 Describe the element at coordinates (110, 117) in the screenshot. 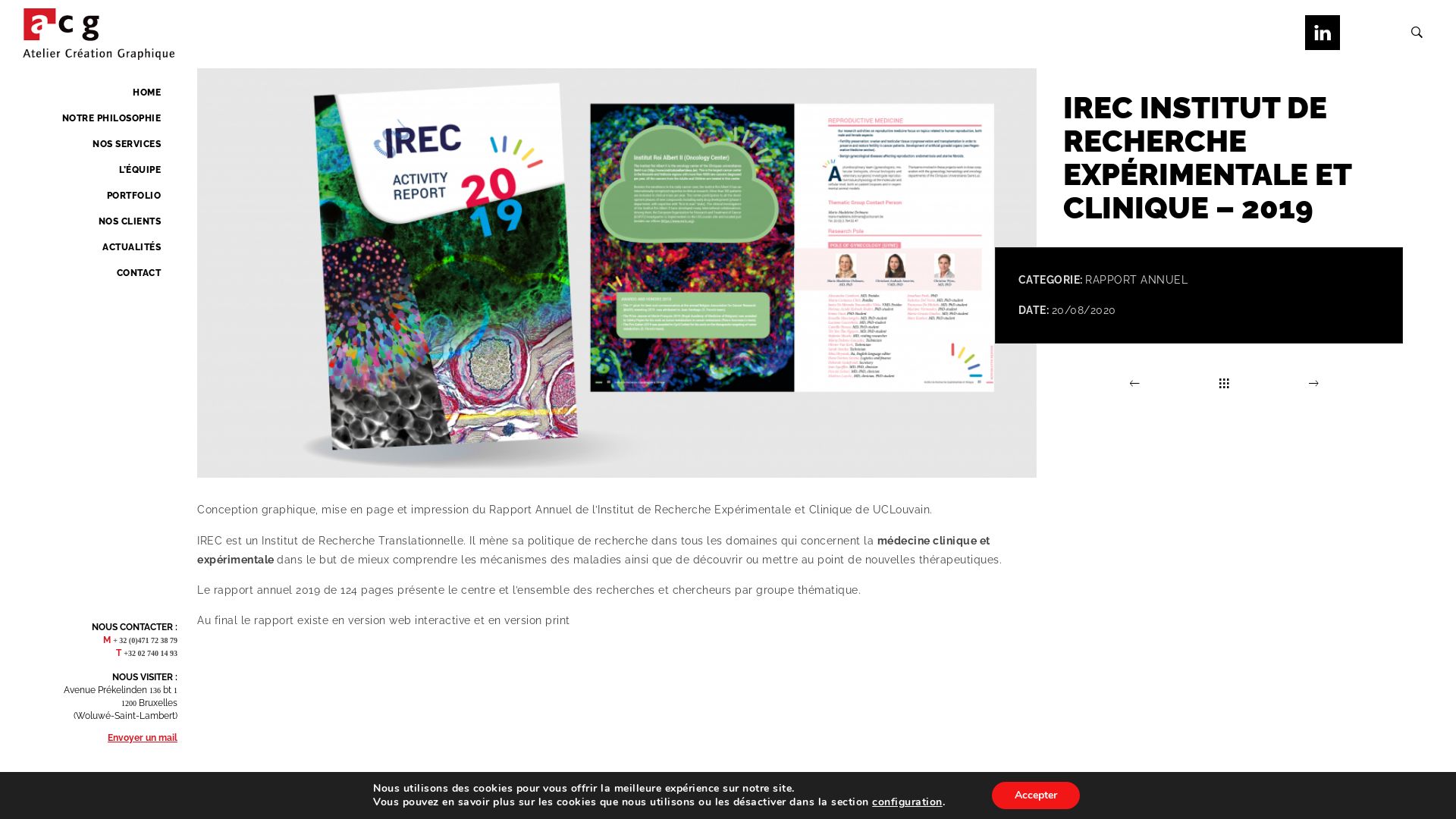

I see `'NOTRE PHILOSOPHIE'` at that location.